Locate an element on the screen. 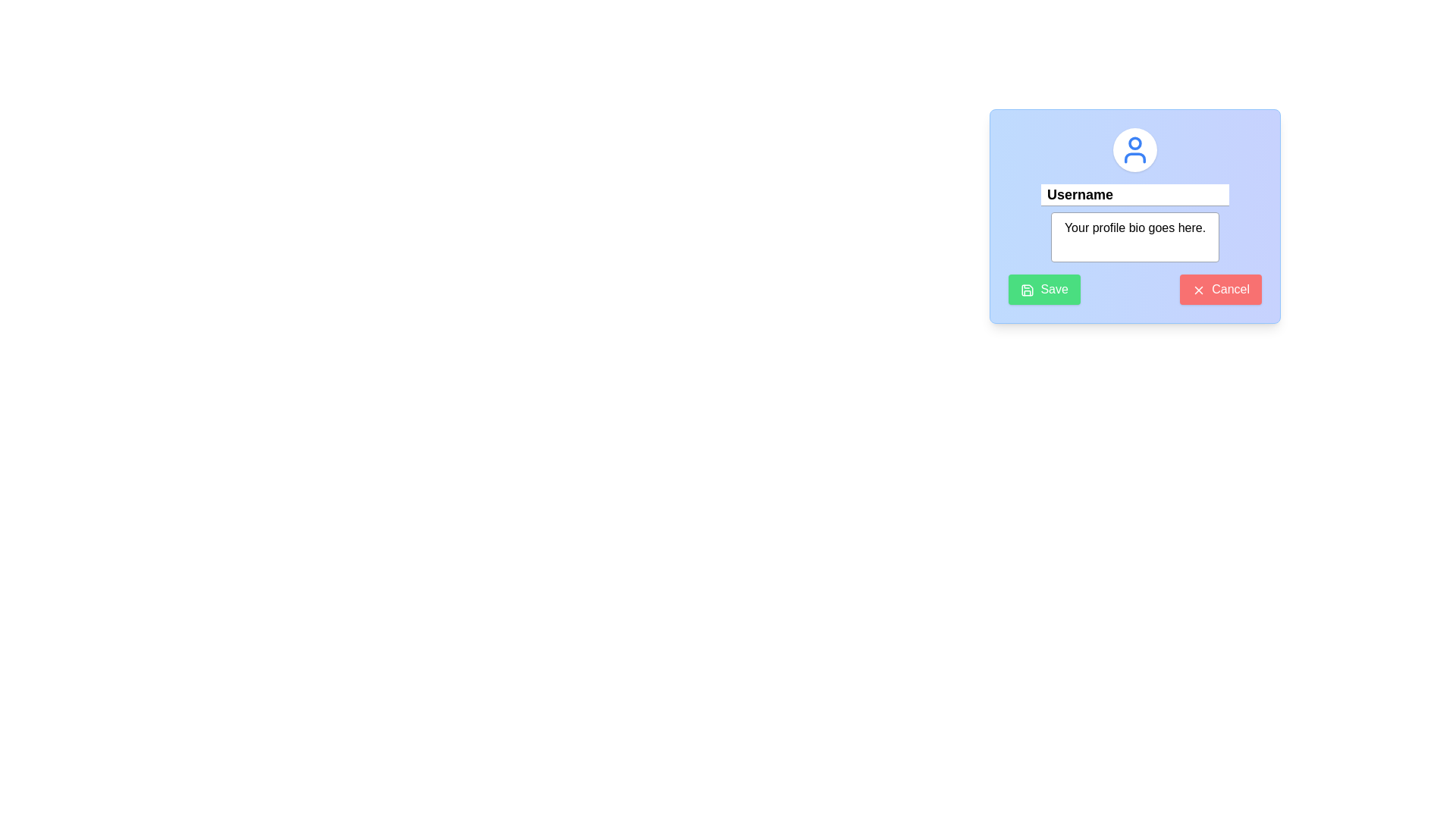 This screenshot has height=819, width=1456. the small red 'X' icon located to the left of the 'Cancel' button is located at coordinates (1197, 290).